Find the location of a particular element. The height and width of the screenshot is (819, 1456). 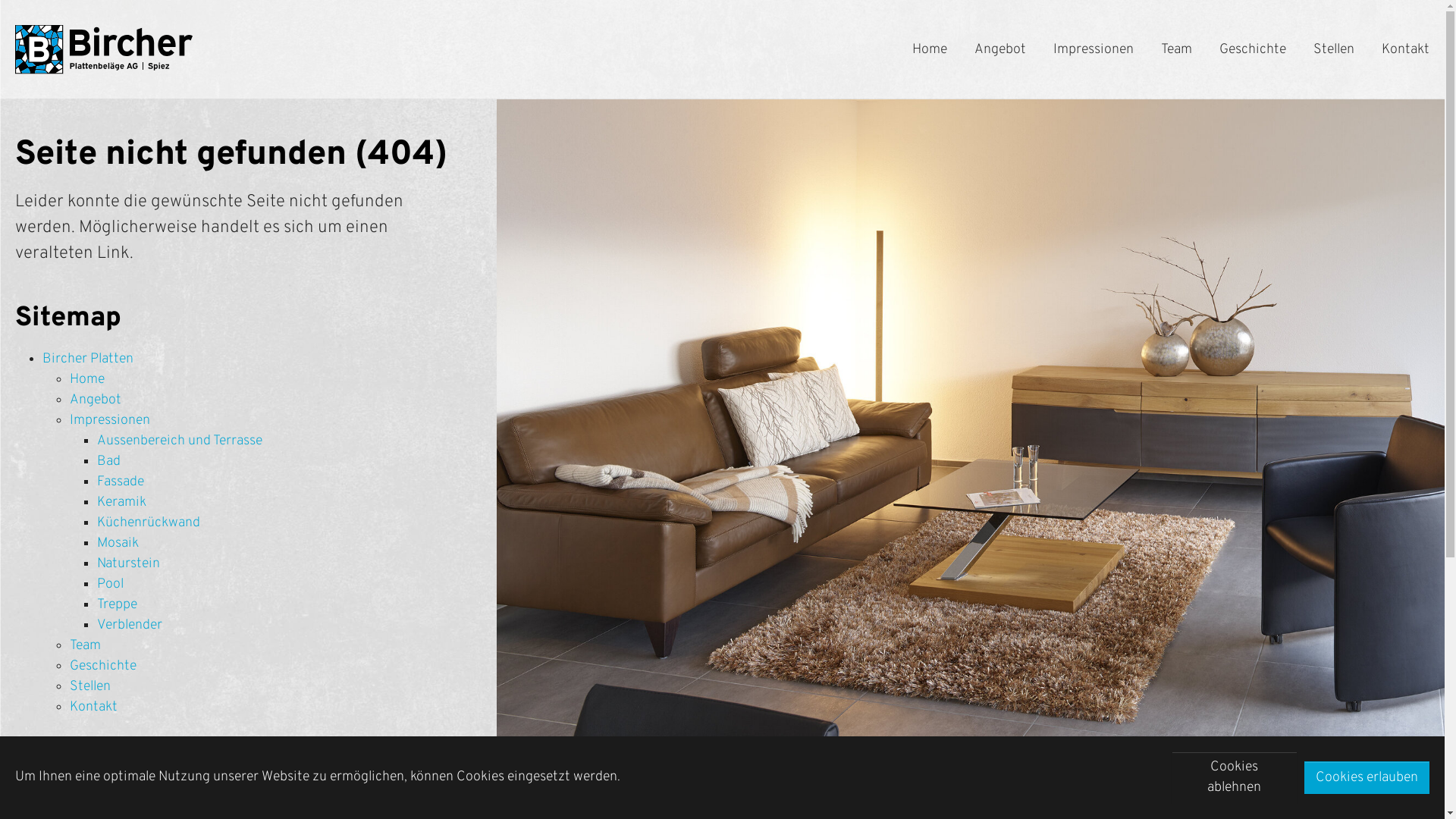

'Keramik' is located at coordinates (96, 502).